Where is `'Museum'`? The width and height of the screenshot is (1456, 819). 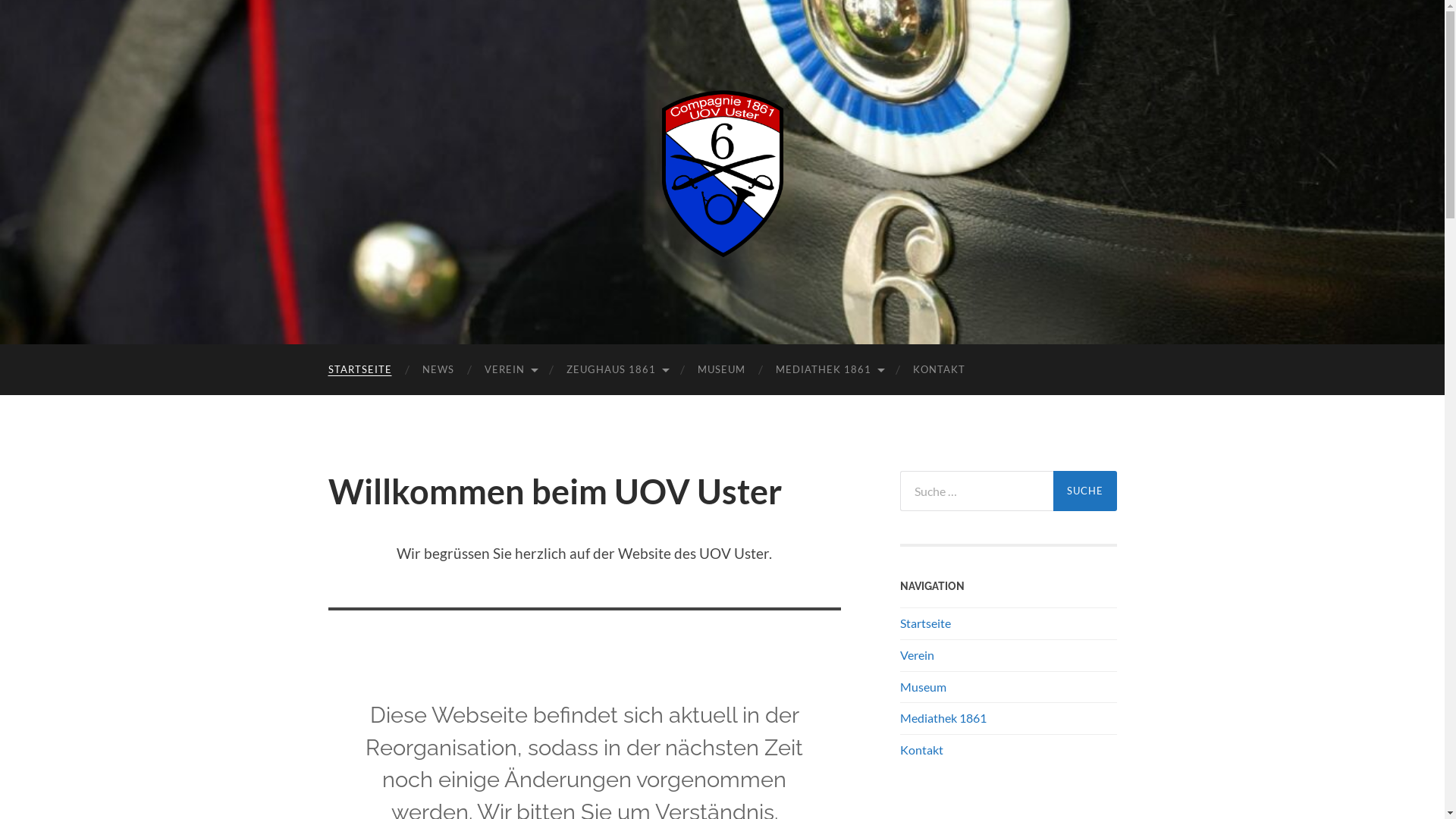
'Museum' is located at coordinates (921, 686).